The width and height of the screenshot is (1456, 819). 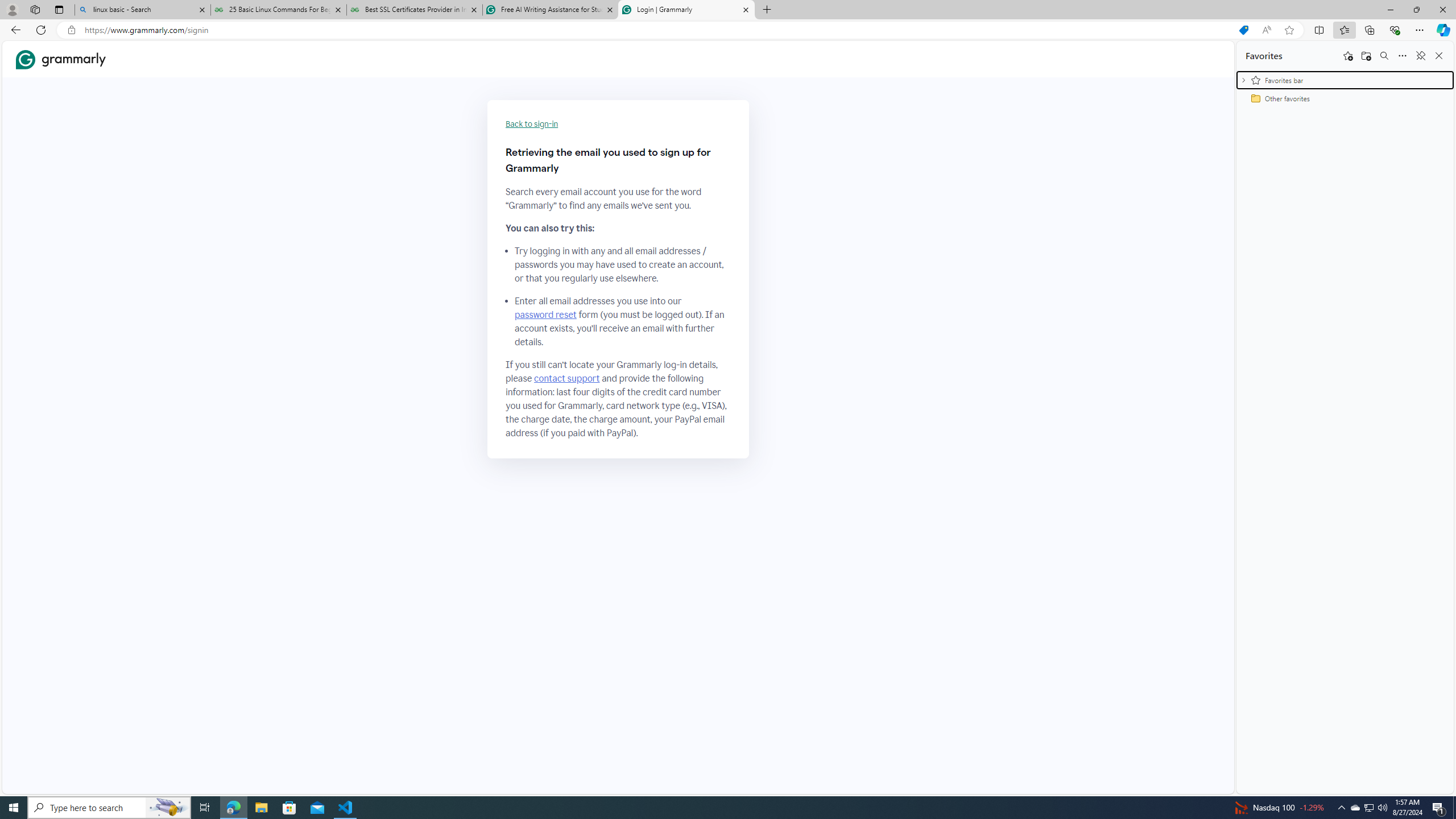 What do you see at coordinates (566, 379) in the screenshot?
I see `'contact support'` at bounding box center [566, 379].